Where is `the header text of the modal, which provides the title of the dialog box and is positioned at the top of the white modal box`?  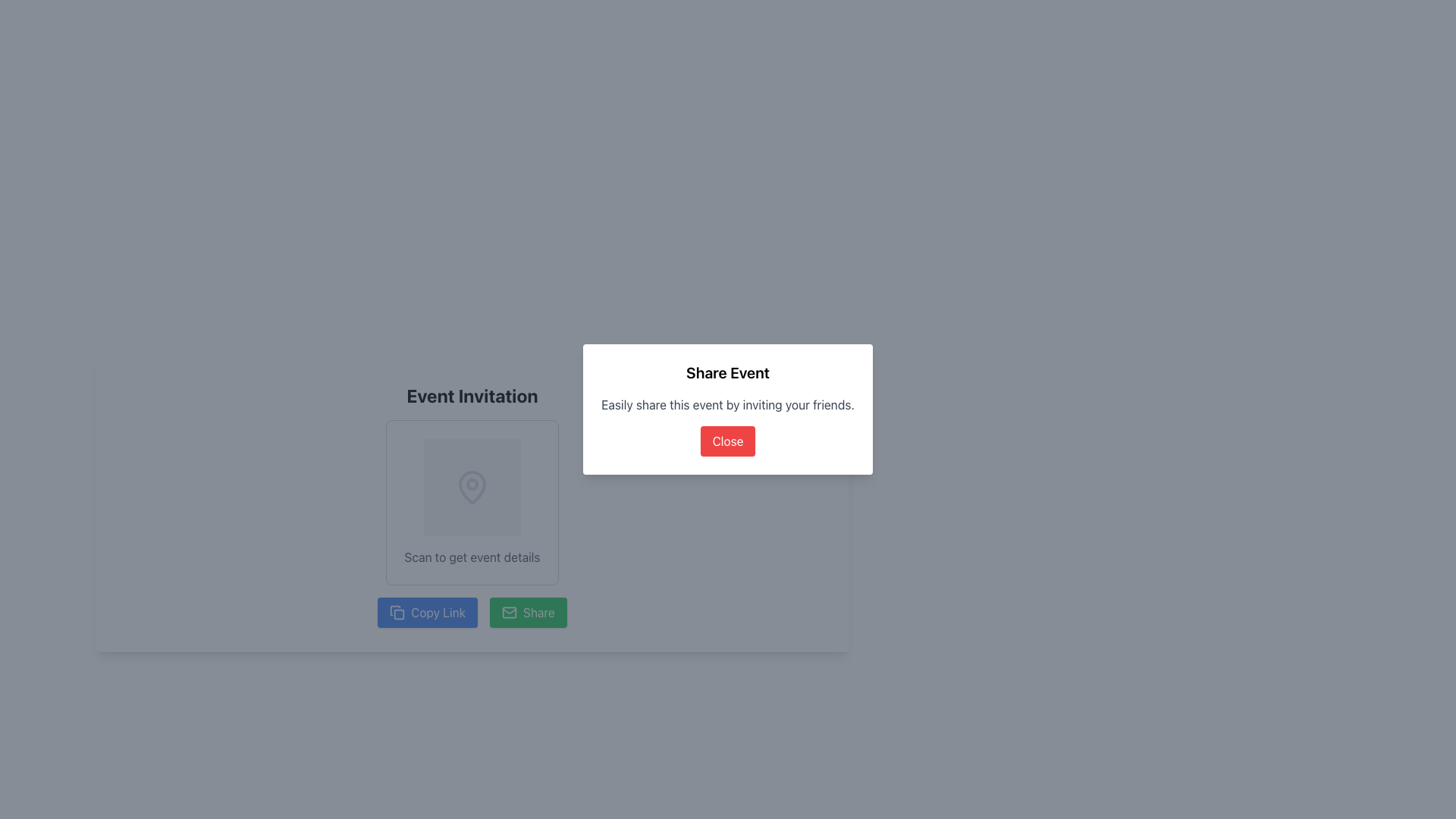 the header text of the modal, which provides the title of the dialog box and is positioned at the top of the white modal box is located at coordinates (728, 373).